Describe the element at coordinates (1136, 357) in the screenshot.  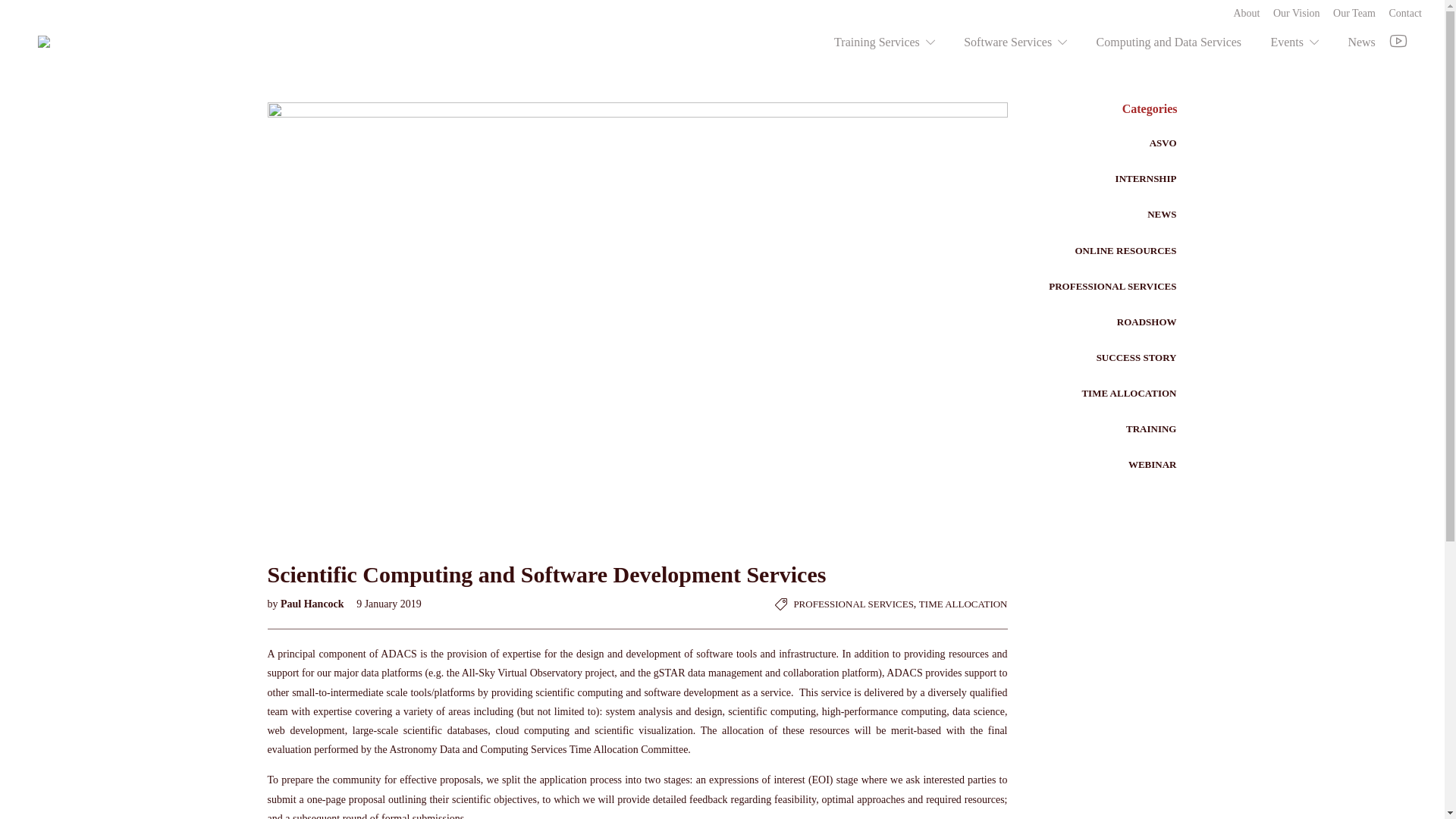
I see `'SUCCESS STORY'` at that location.